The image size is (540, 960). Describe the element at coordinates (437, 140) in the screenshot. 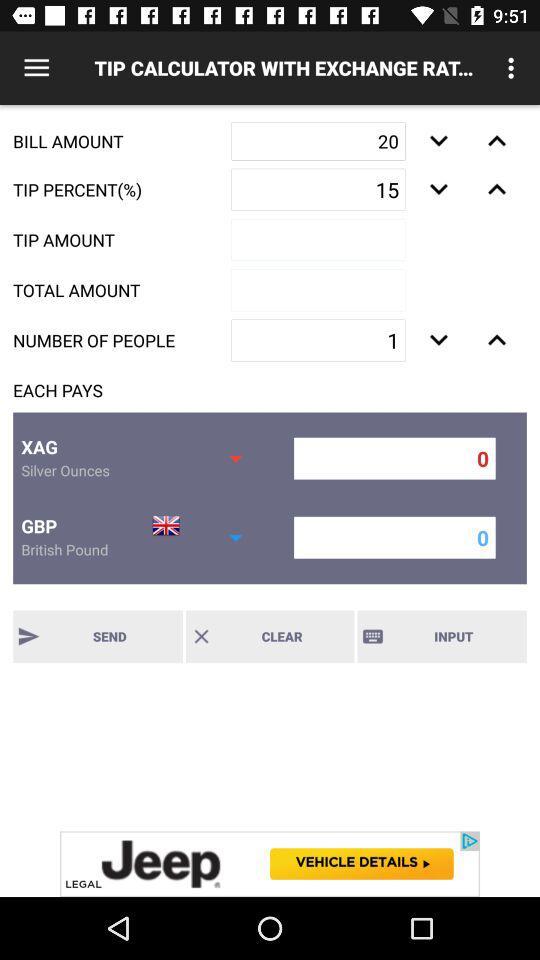

I see `the expand_more icon` at that location.